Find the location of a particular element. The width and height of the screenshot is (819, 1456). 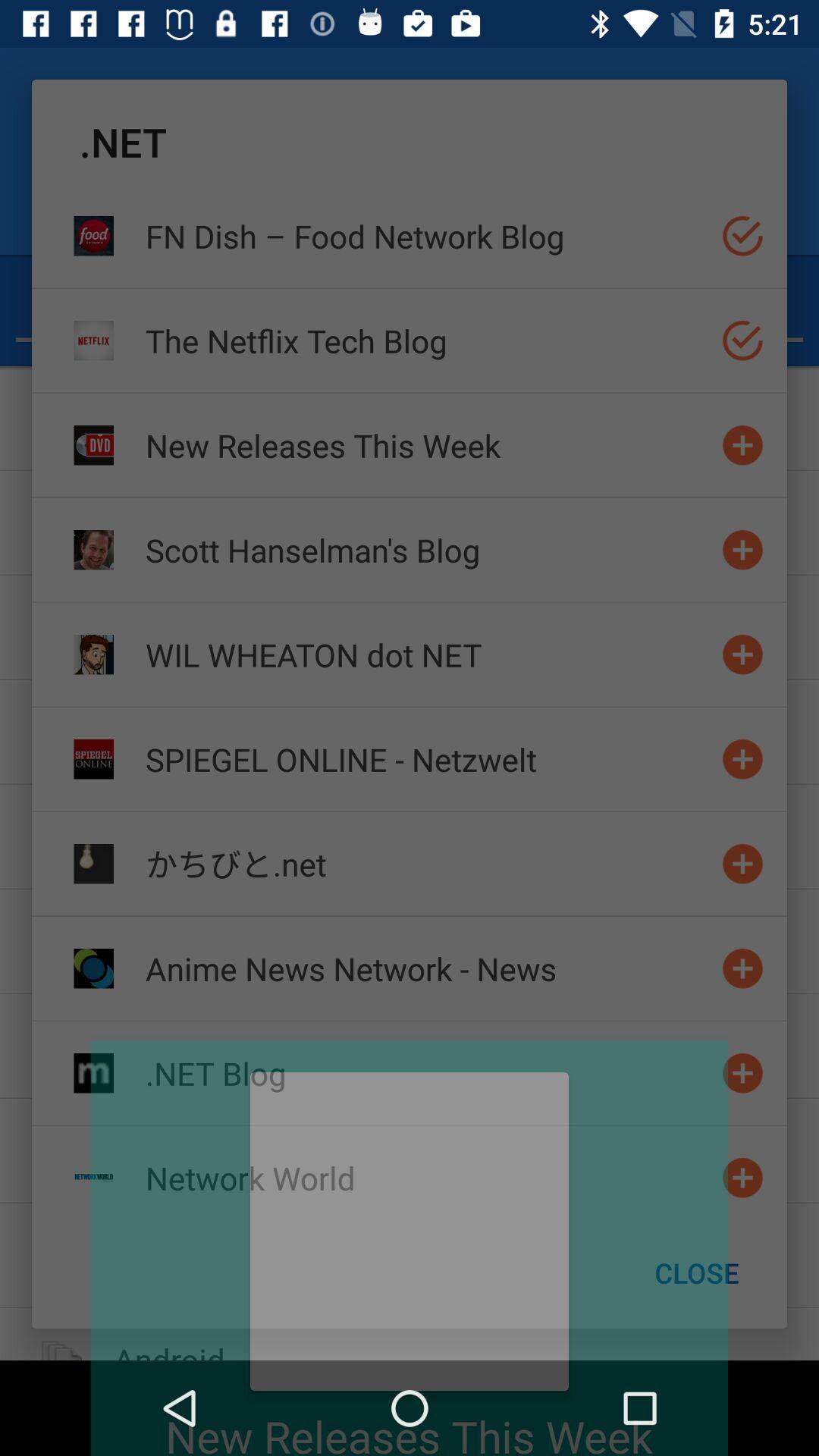

website to bookmark is located at coordinates (742, 759).